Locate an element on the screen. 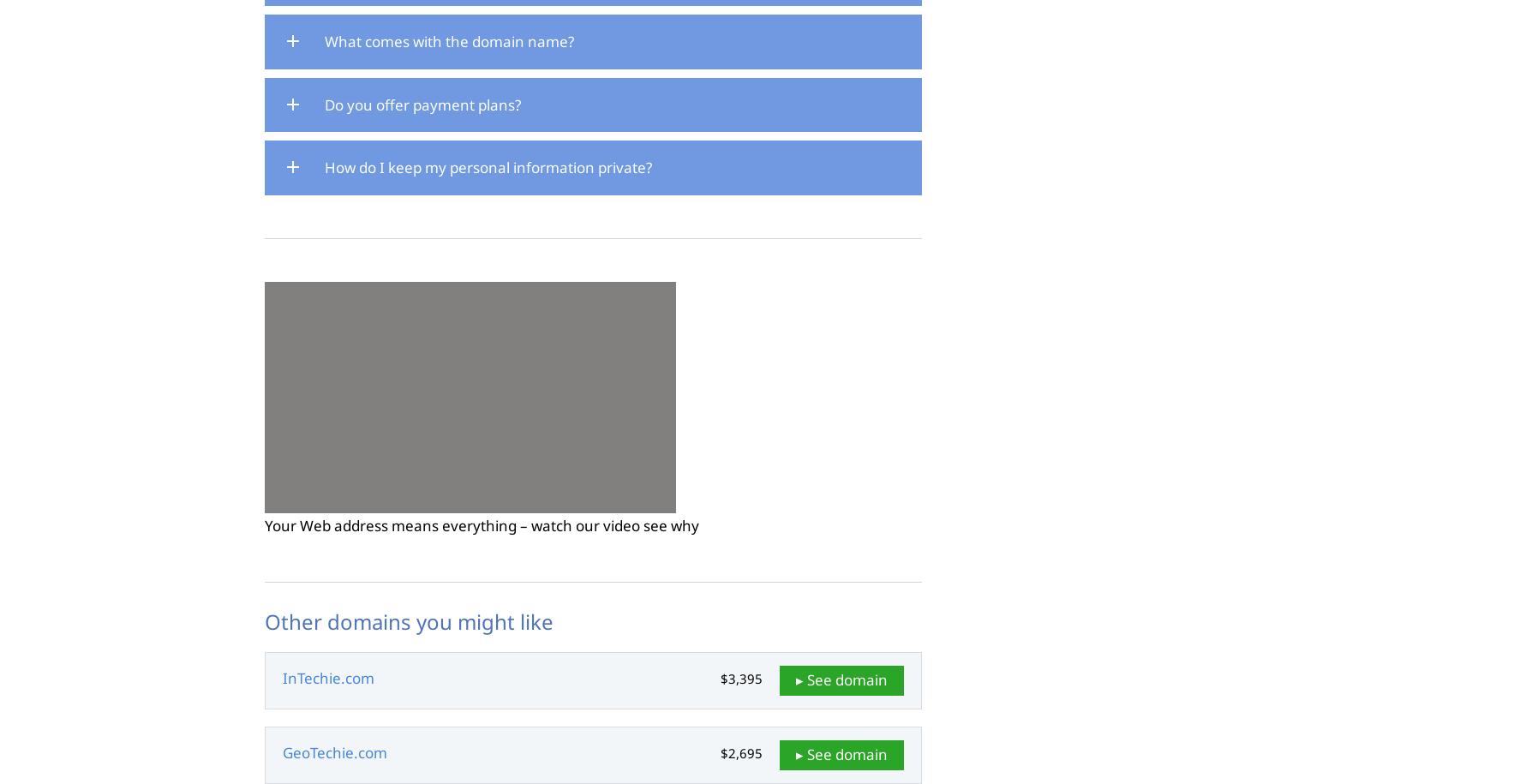  'Do you offer payment plans?' is located at coordinates (422, 104).